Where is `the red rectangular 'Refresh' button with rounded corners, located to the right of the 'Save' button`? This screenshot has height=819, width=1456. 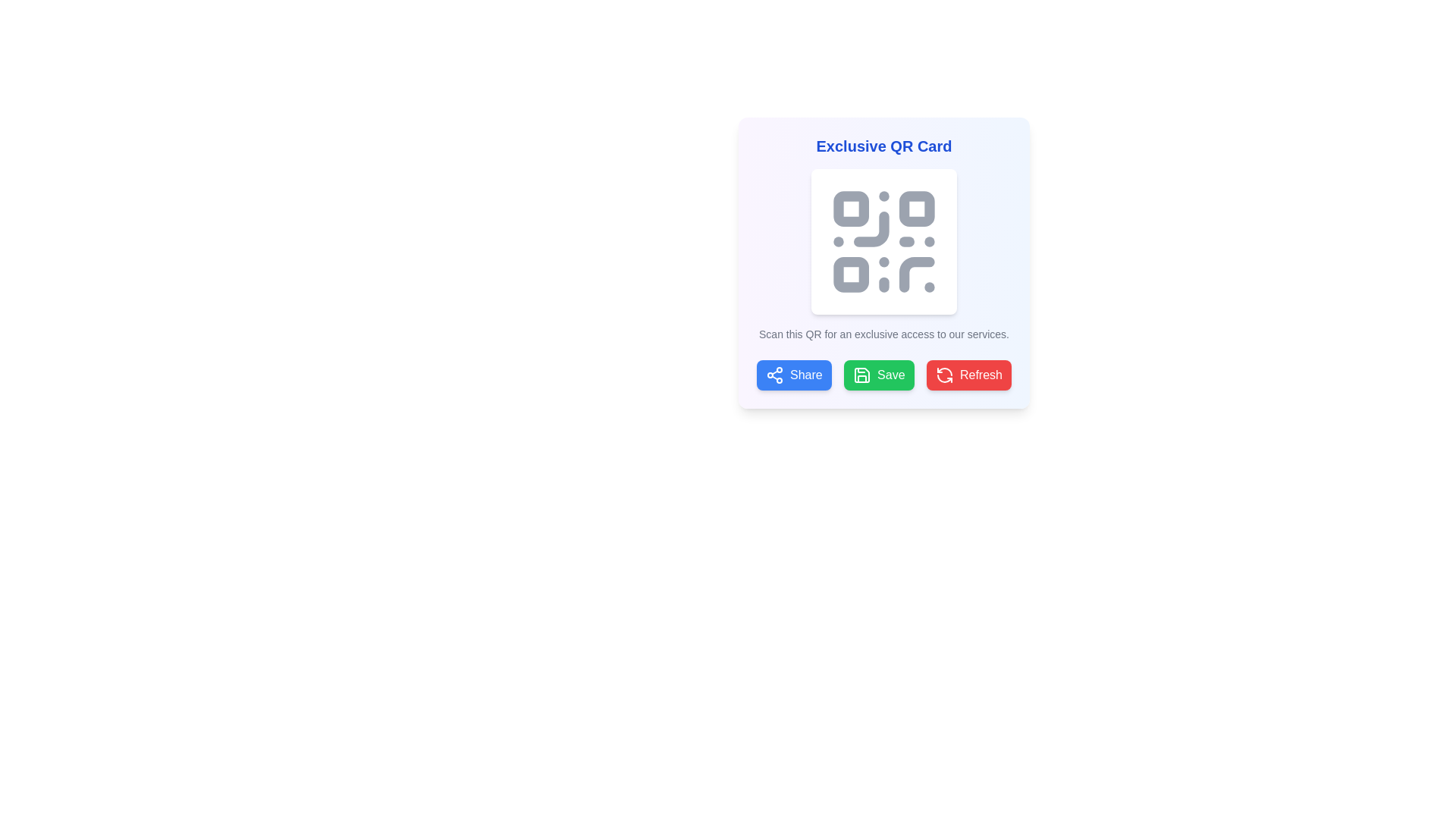 the red rectangular 'Refresh' button with rounded corners, located to the right of the 'Save' button is located at coordinates (968, 375).